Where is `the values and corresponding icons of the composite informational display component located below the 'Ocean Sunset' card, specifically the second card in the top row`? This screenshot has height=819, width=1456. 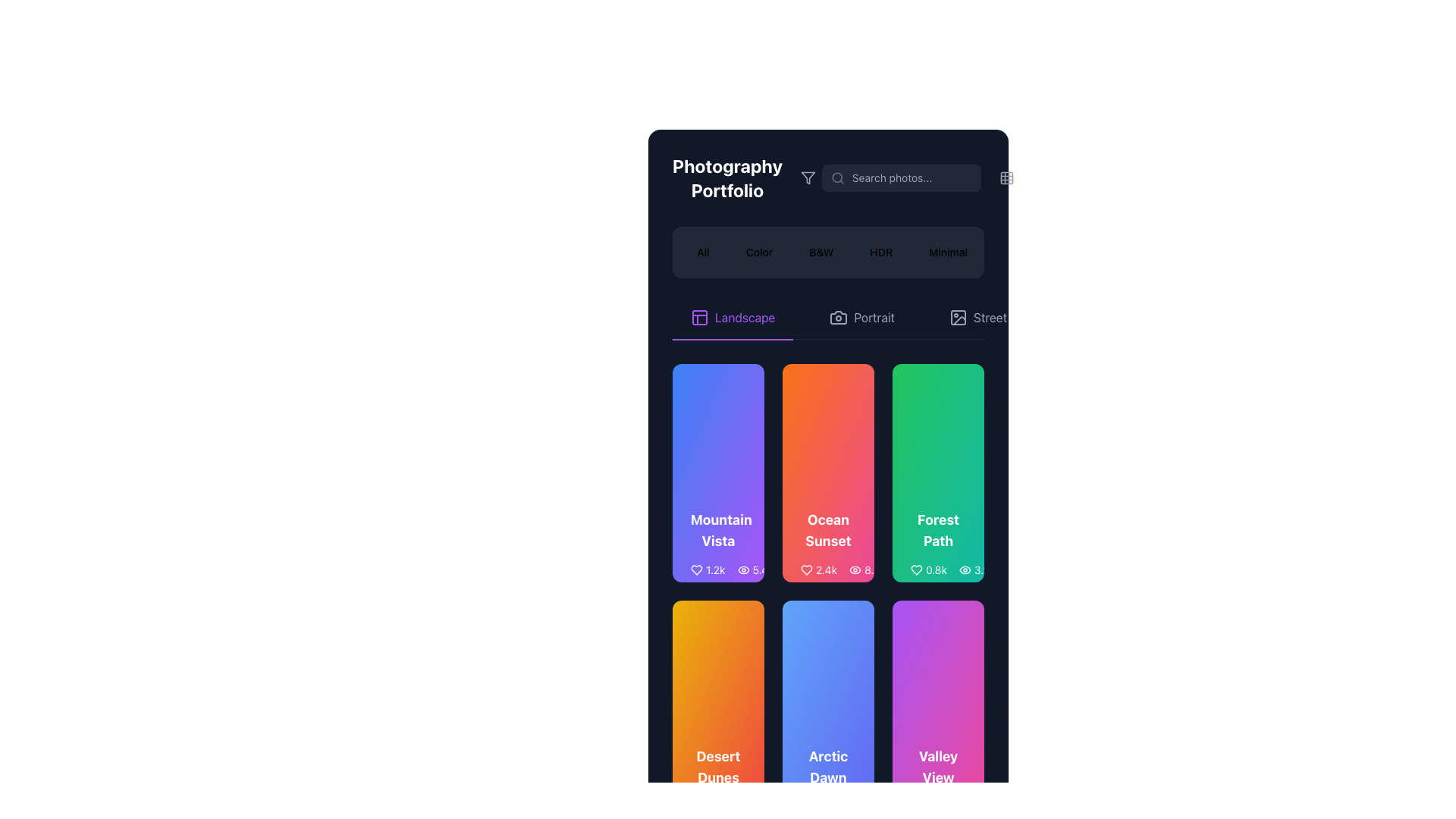
the values and corresponding icons of the composite informational display component located below the 'Ocean Sunset' card, specifically the second card in the top row is located at coordinates (842, 570).